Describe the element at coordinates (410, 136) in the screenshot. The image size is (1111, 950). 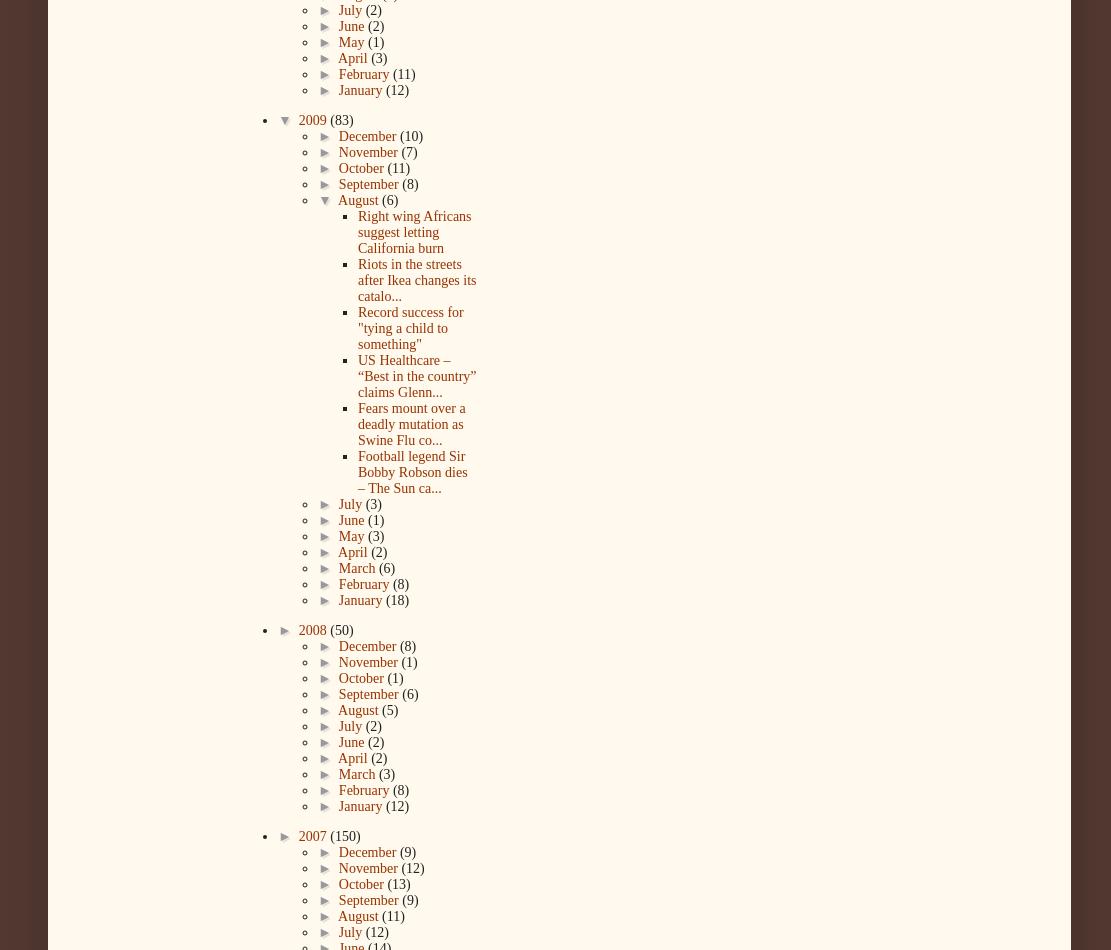
I see `'(10)'` at that location.